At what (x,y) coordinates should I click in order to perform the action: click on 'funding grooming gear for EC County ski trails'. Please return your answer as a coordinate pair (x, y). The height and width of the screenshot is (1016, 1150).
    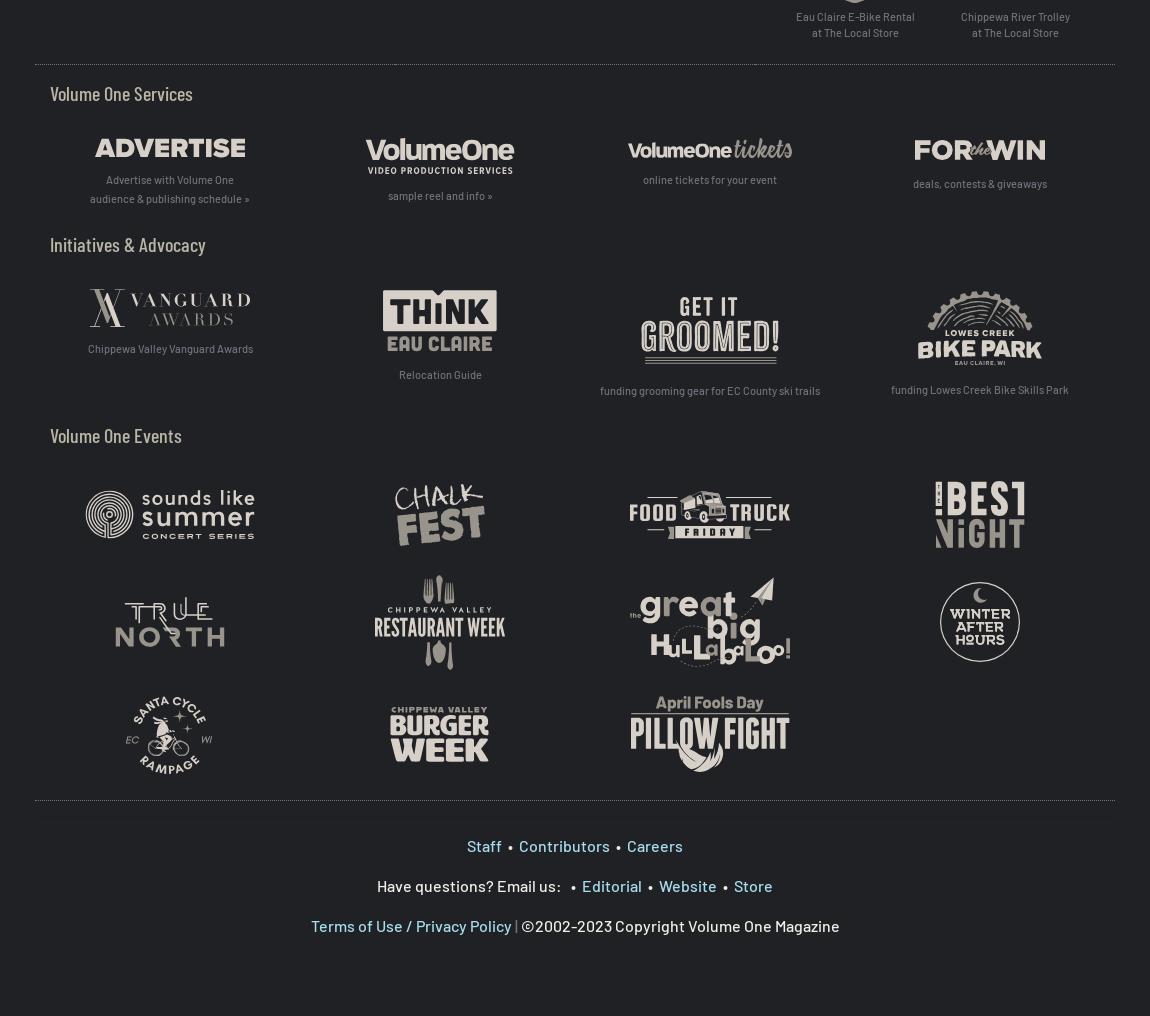
    Looking at the image, I should click on (709, 388).